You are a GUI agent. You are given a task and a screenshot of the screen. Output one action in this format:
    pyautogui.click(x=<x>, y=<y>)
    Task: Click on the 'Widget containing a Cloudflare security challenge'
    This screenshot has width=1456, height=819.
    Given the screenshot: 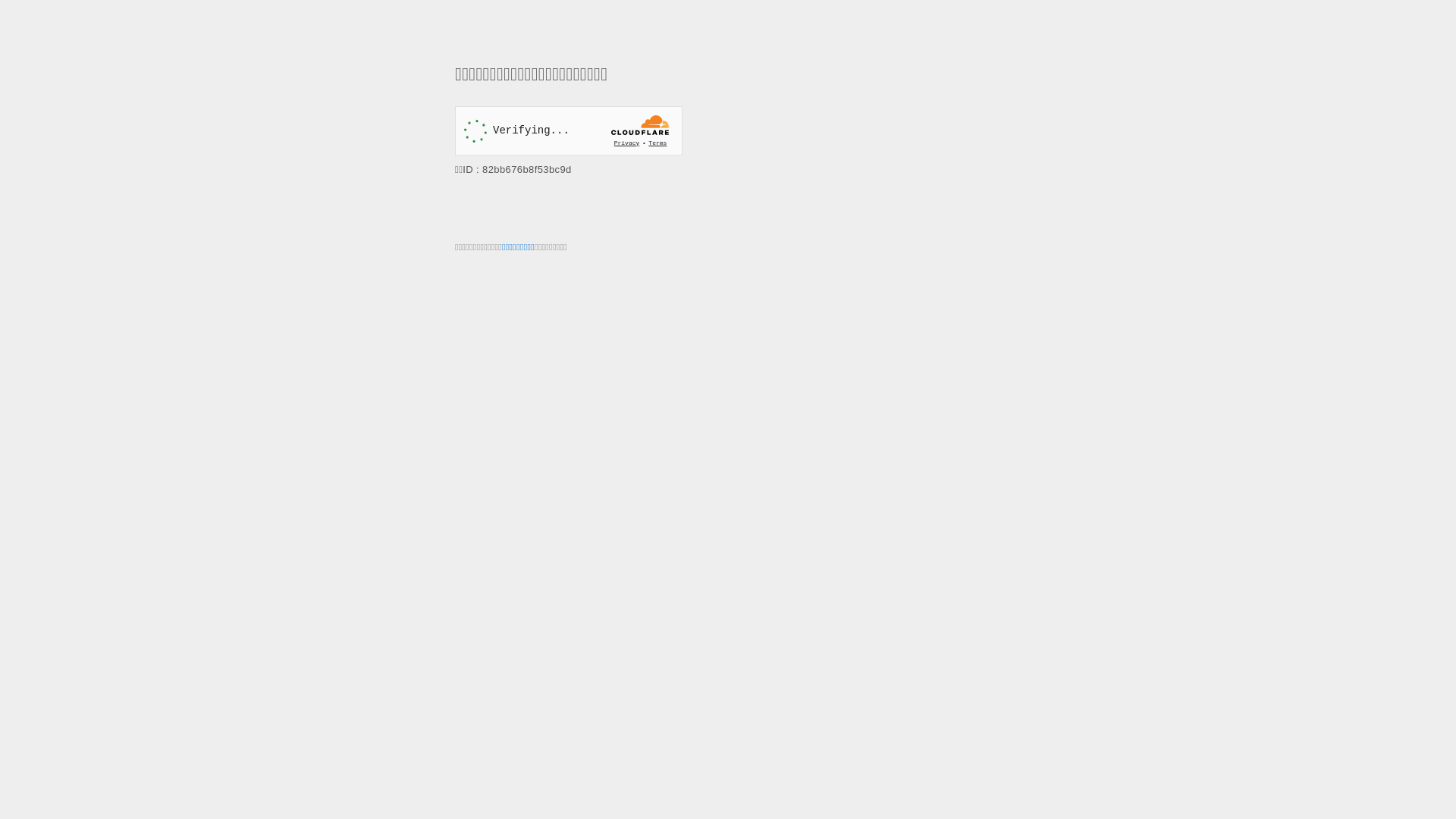 What is the action you would take?
    pyautogui.click(x=567, y=130)
    